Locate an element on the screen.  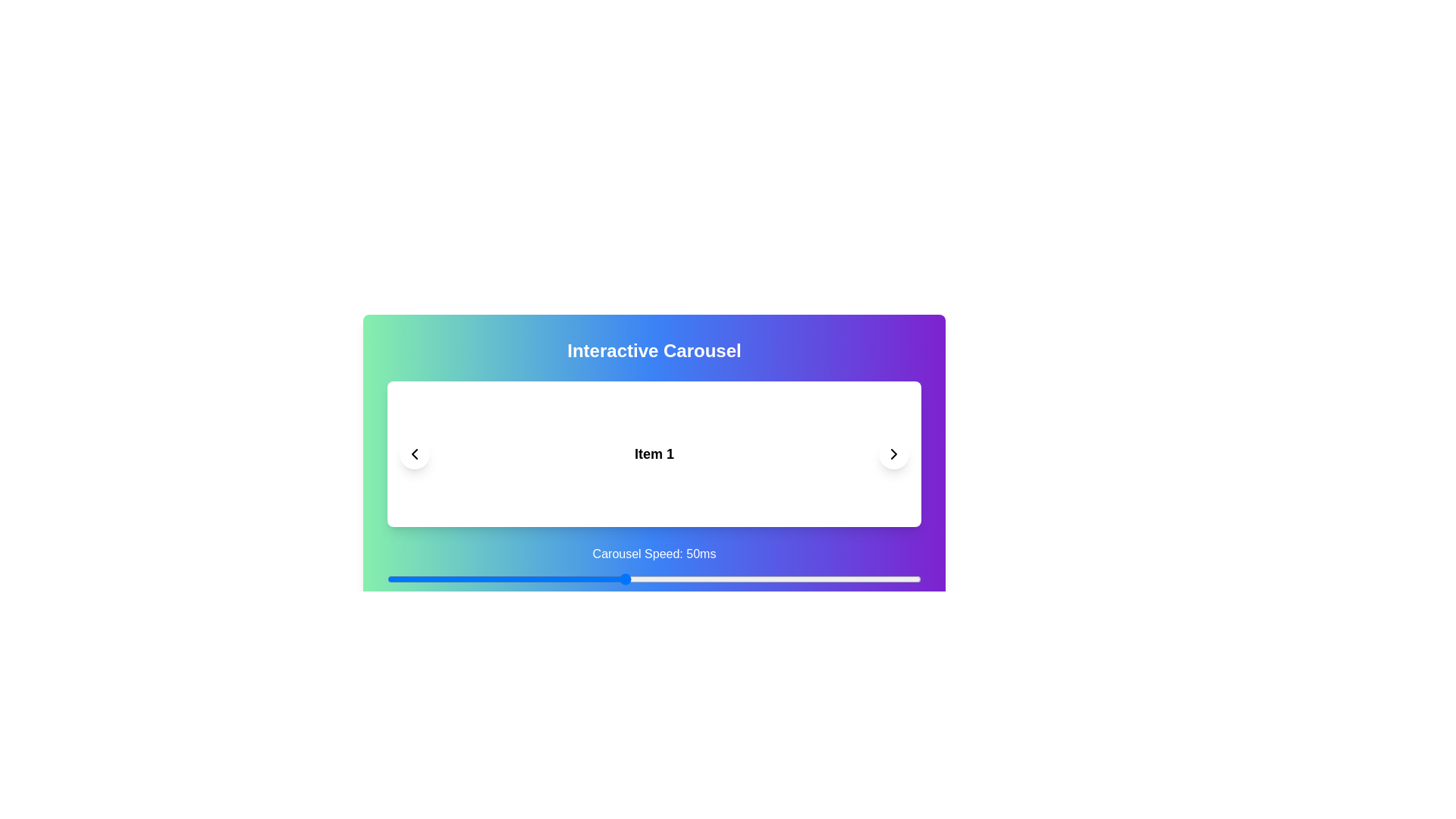
the right navigation button of the carousel to navigate to the next item is located at coordinates (894, 453).